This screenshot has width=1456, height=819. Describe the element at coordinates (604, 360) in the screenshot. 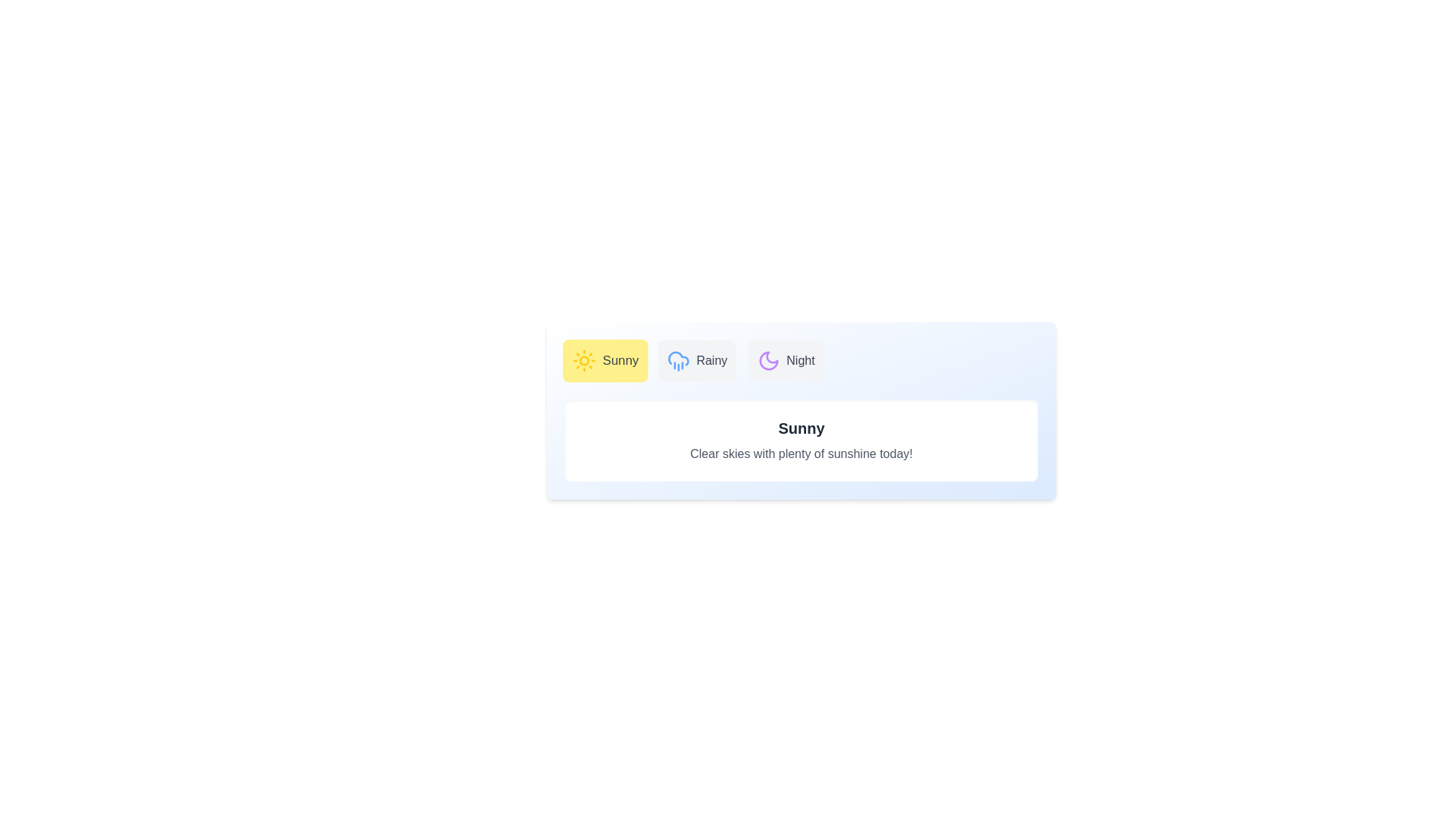

I see `the Sunny tab to select it` at that location.